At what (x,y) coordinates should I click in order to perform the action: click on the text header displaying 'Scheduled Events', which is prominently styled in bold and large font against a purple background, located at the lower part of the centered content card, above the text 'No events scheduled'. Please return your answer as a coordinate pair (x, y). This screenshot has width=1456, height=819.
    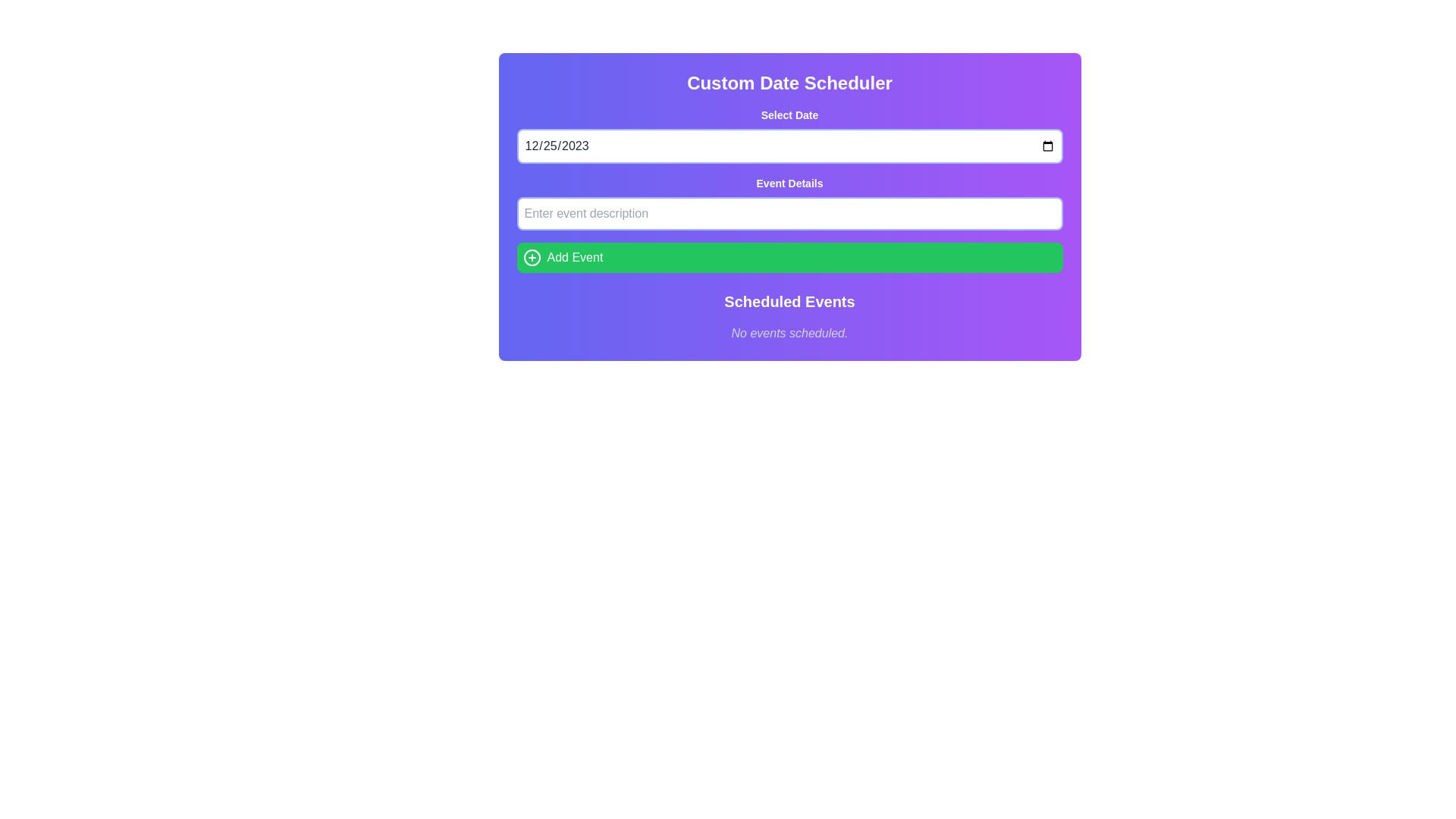
    Looking at the image, I should click on (789, 301).